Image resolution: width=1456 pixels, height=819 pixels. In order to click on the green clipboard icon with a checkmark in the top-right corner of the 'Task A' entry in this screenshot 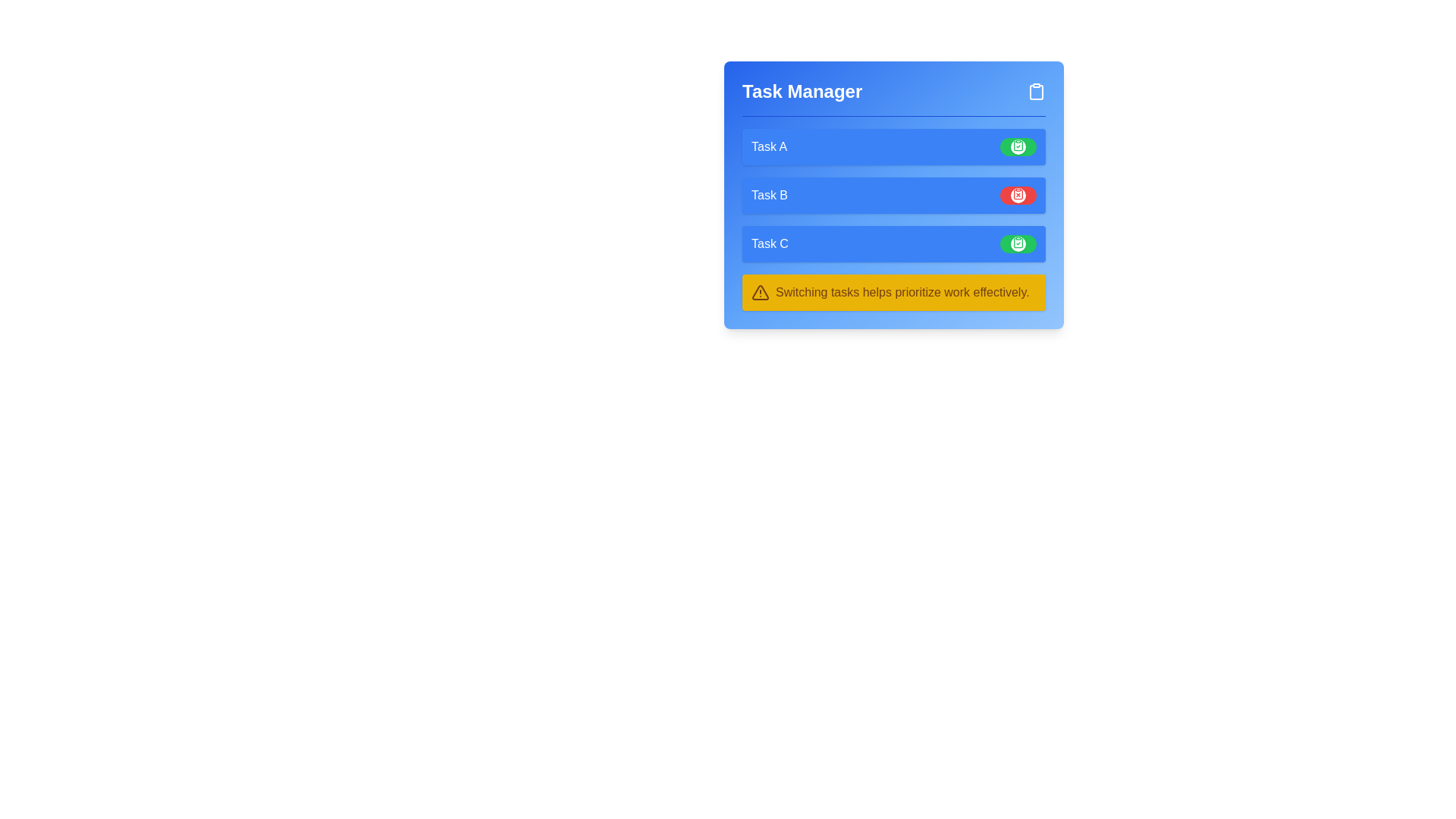, I will do `click(1018, 146)`.